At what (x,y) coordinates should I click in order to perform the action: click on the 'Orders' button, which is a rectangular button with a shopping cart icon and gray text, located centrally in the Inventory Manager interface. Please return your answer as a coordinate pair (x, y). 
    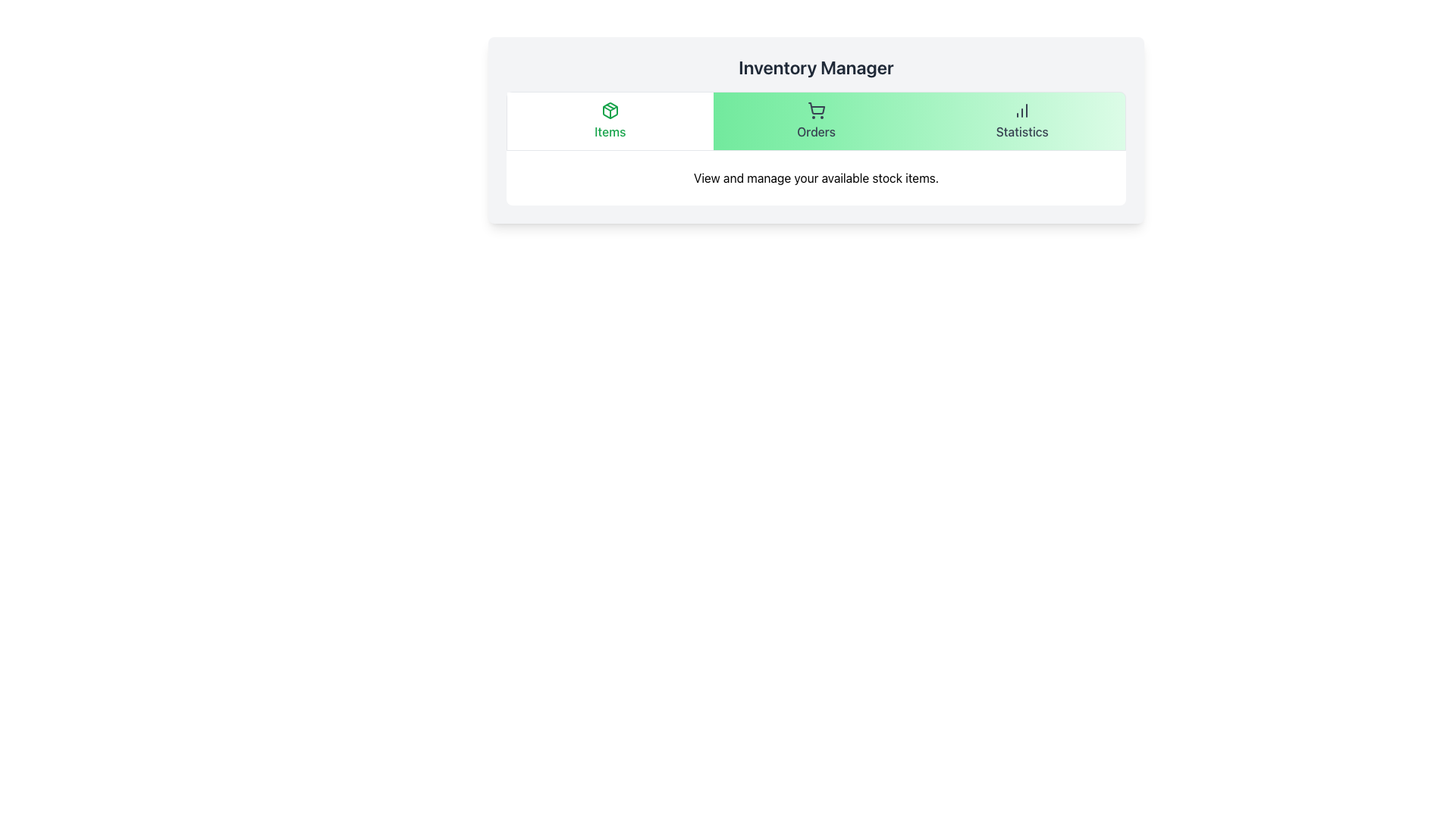
    Looking at the image, I should click on (814, 120).